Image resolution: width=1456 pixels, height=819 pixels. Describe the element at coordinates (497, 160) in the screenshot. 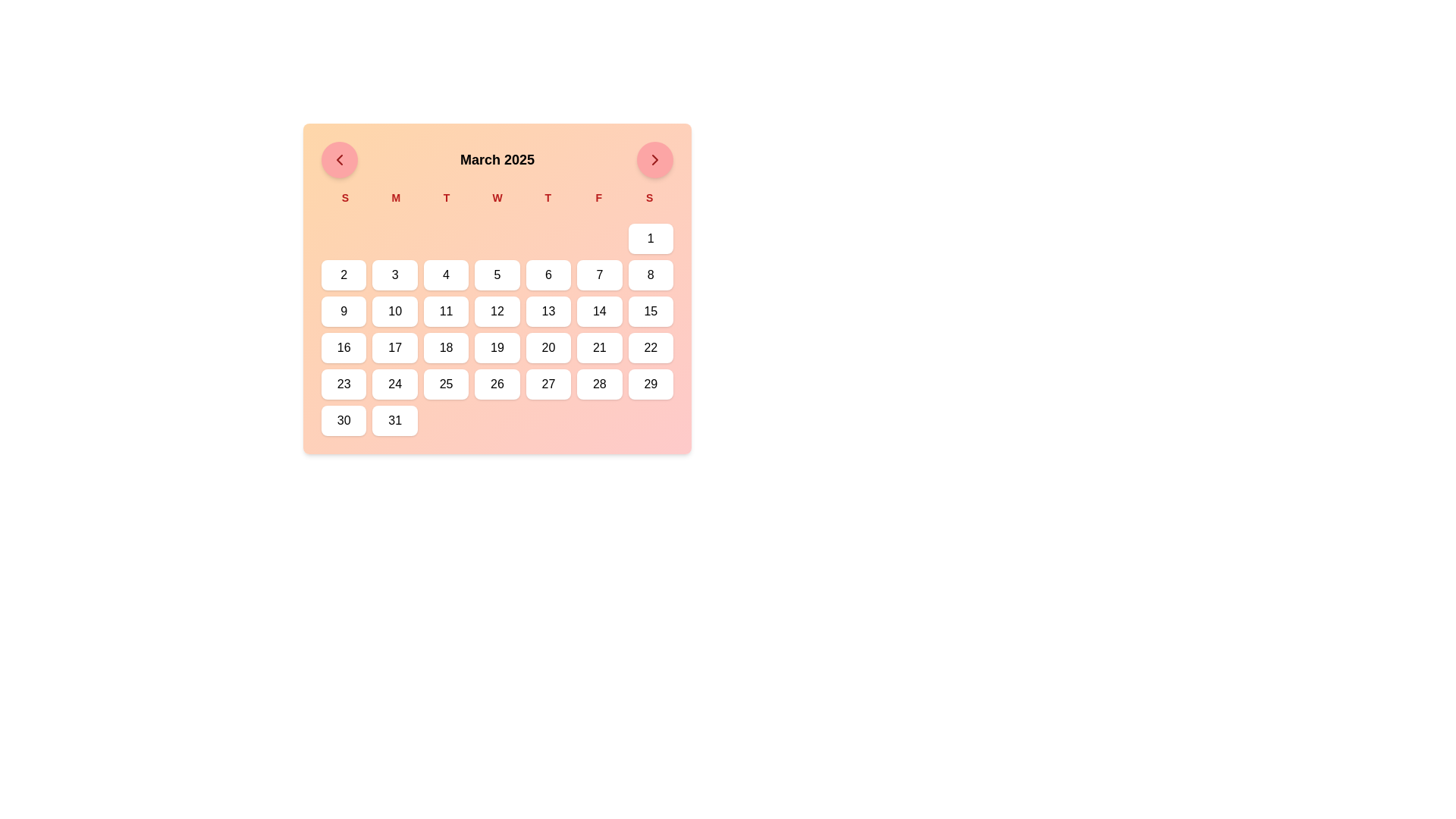

I see `the header text element displaying 'March 2025' at the top of the calendar UI, located centrally above the days of the week row` at that location.